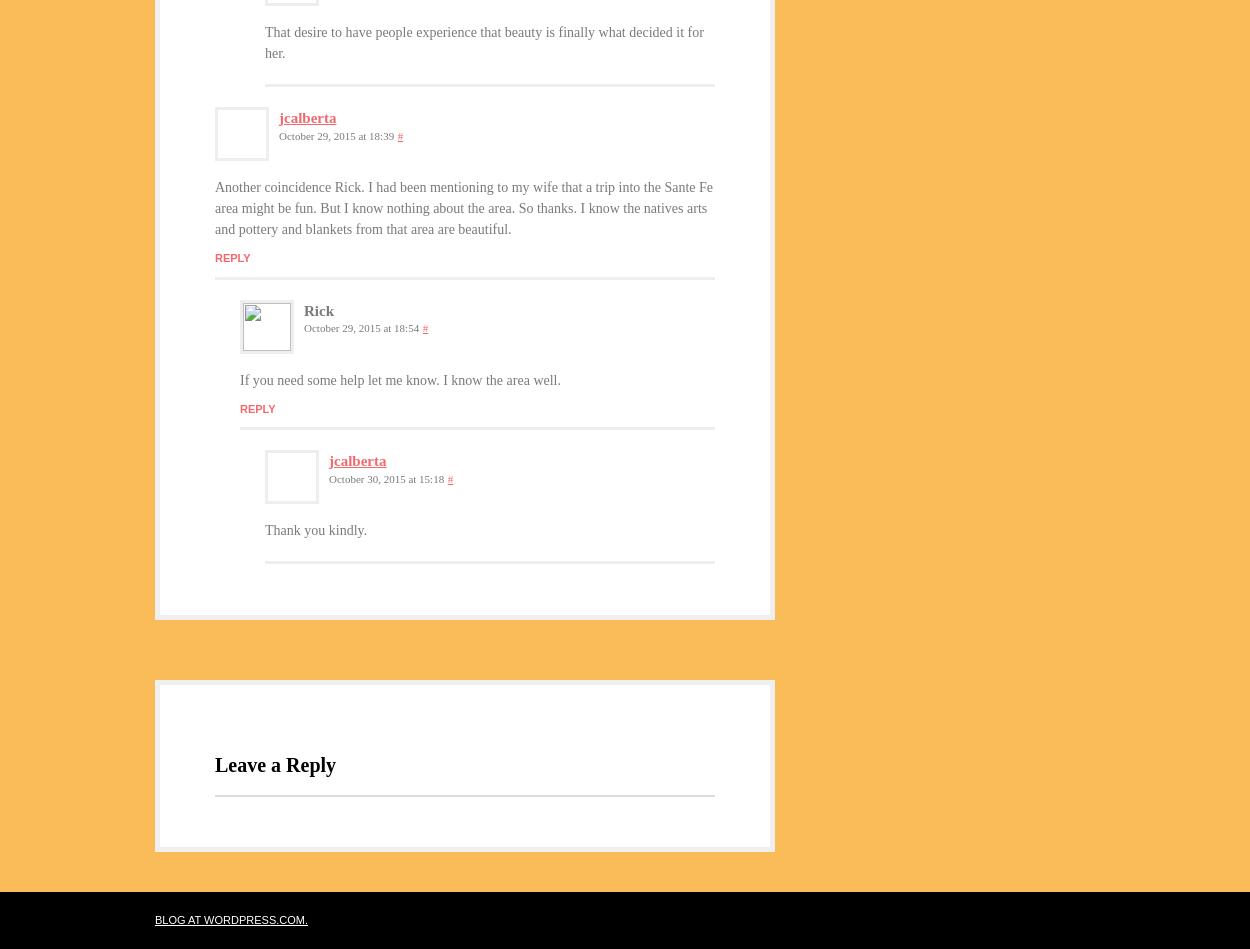  What do you see at coordinates (155, 918) in the screenshot?
I see `'Blog at WordPress.com.'` at bounding box center [155, 918].